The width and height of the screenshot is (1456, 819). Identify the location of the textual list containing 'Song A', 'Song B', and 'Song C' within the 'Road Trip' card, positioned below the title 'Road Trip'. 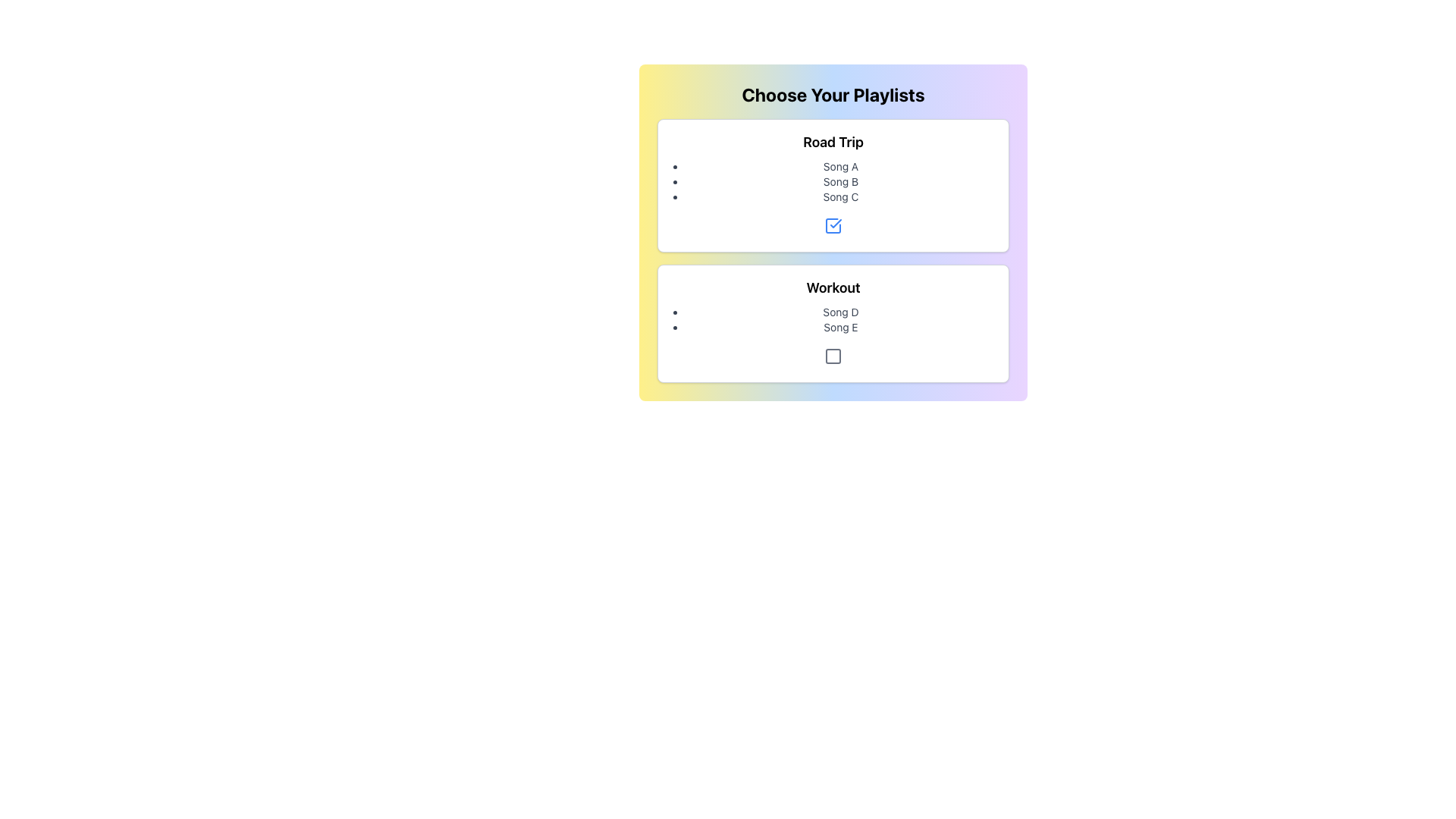
(833, 180).